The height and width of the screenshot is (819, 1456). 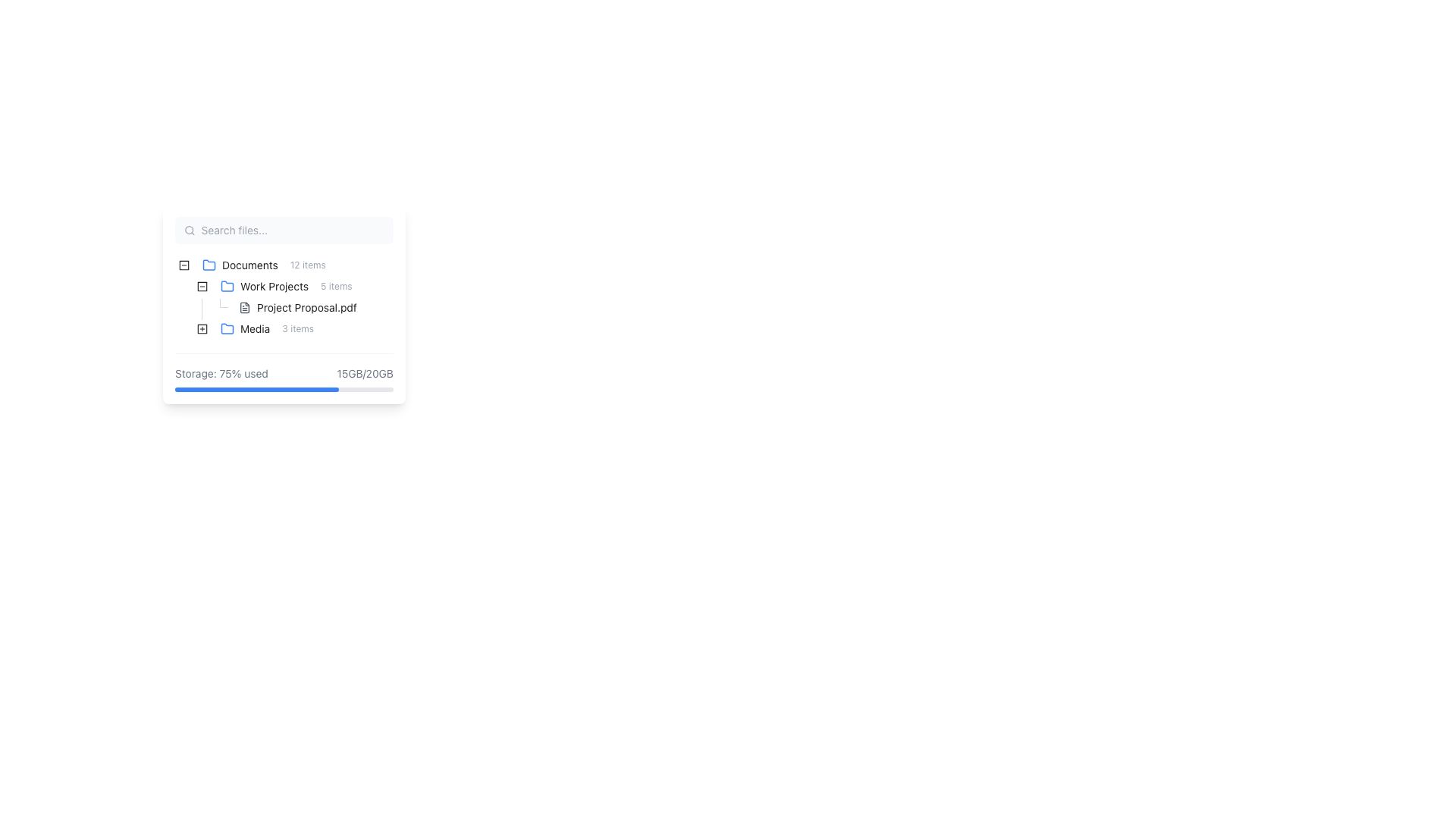 I want to click on the 'Work Projects' folder entry, so click(x=286, y=287).